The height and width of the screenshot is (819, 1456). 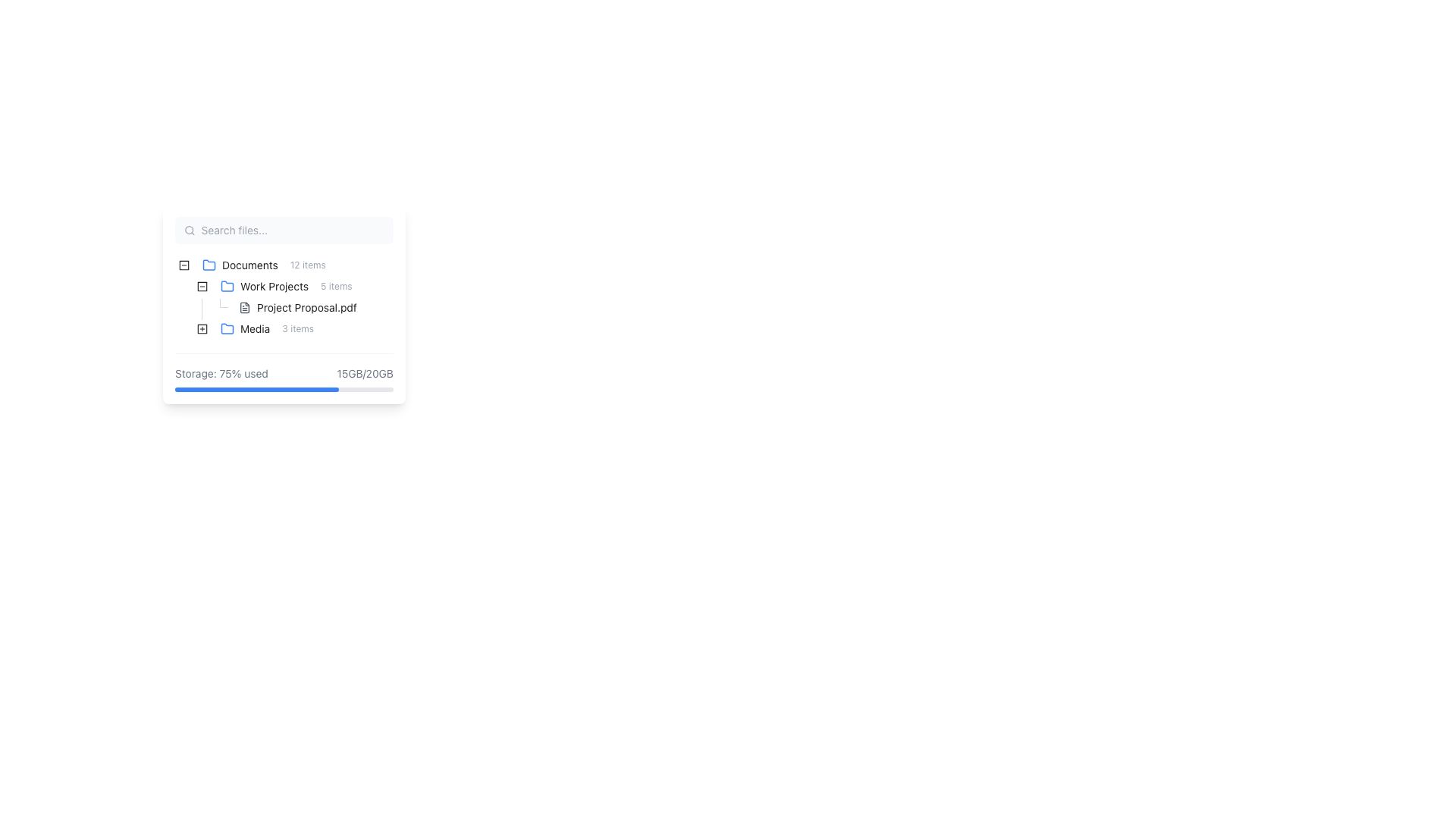 I want to click on the 'Work Projects' folder entry, so click(x=286, y=287).